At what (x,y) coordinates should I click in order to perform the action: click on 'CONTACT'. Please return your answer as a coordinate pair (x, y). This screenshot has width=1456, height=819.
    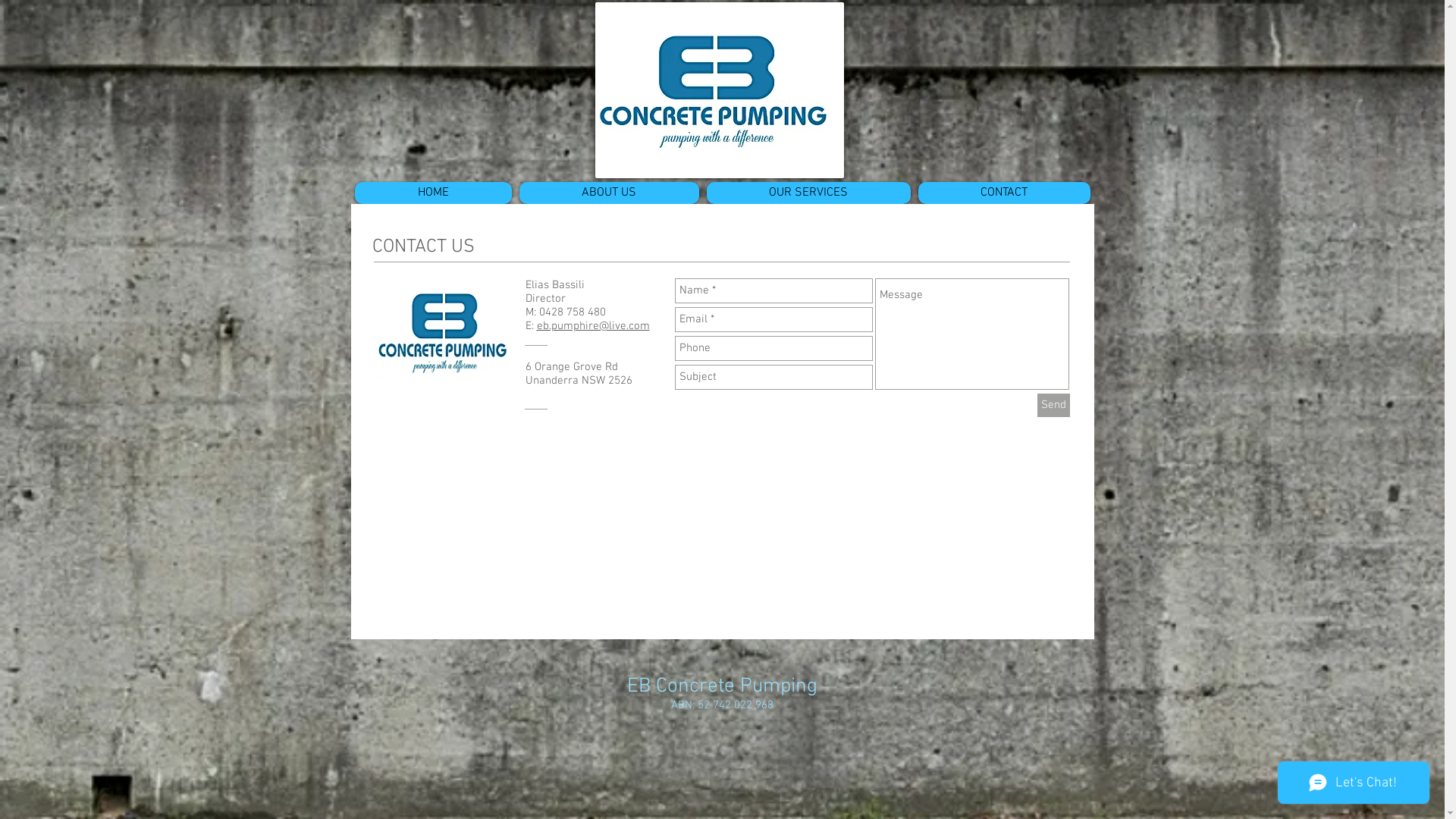
    Looking at the image, I should click on (916, 192).